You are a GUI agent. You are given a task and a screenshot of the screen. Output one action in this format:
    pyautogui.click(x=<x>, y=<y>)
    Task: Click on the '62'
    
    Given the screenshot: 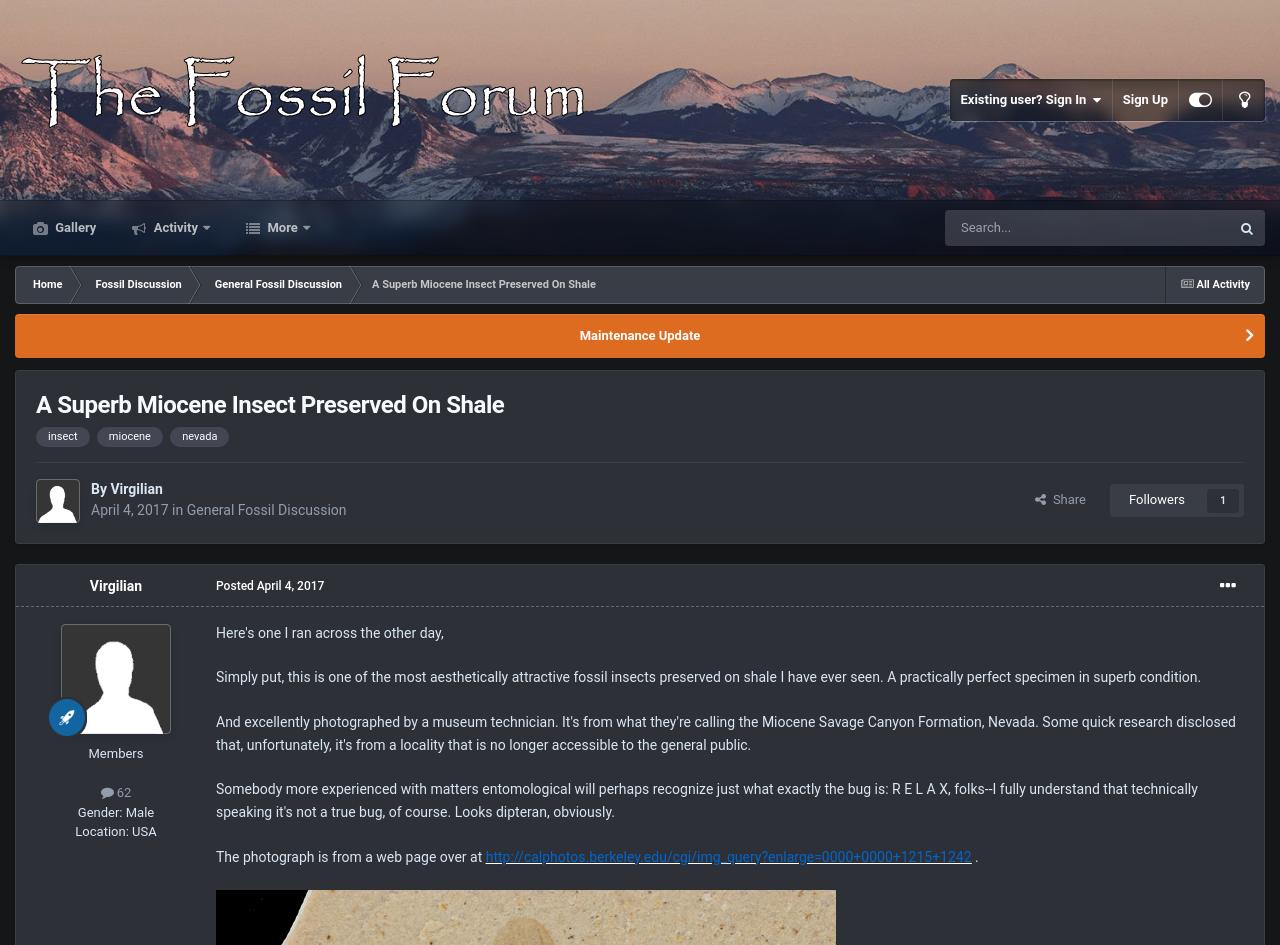 What is the action you would take?
    pyautogui.click(x=120, y=791)
    